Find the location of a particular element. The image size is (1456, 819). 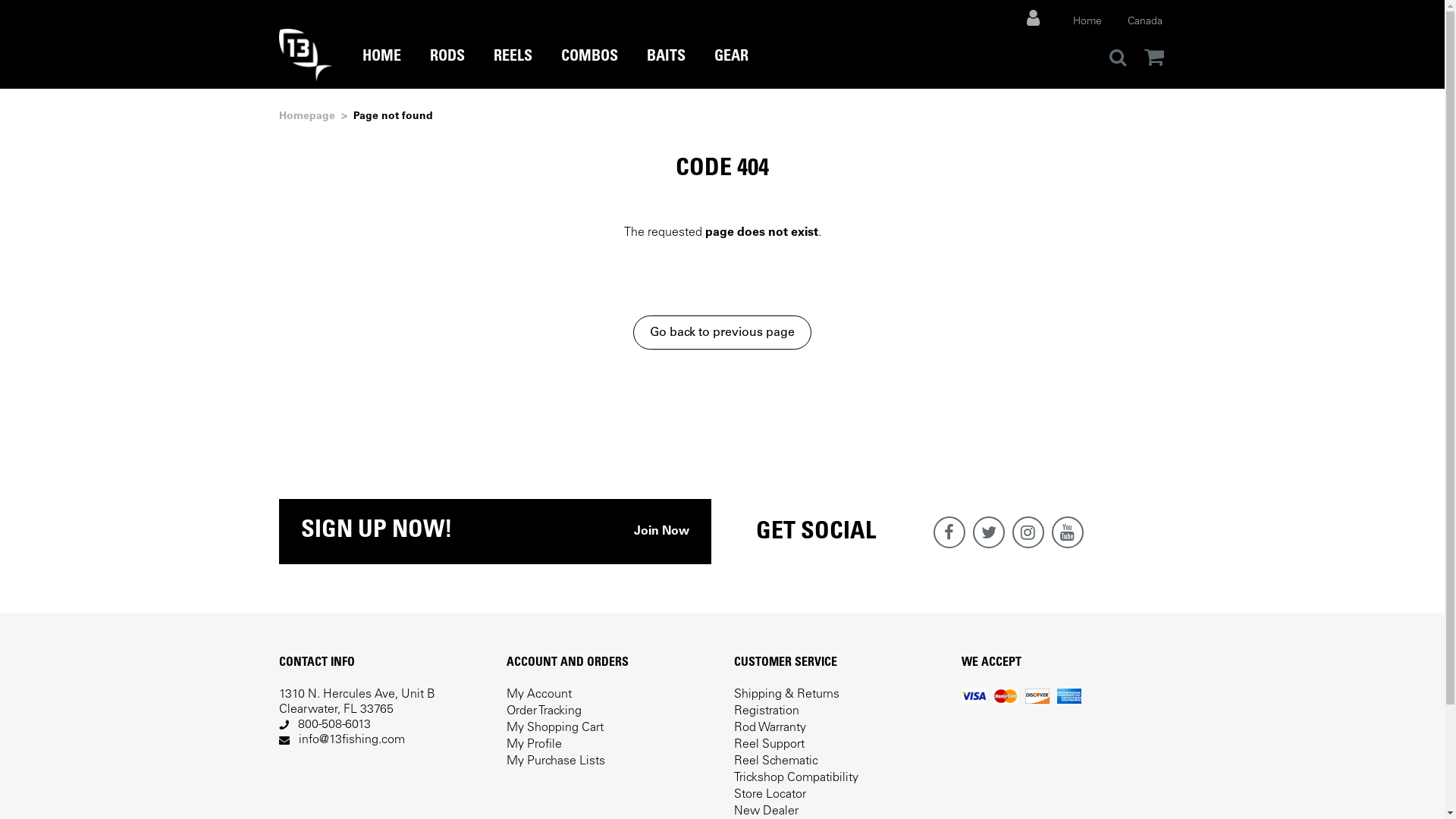

'My Purchase Lists' is located at coordinates (506, 761).